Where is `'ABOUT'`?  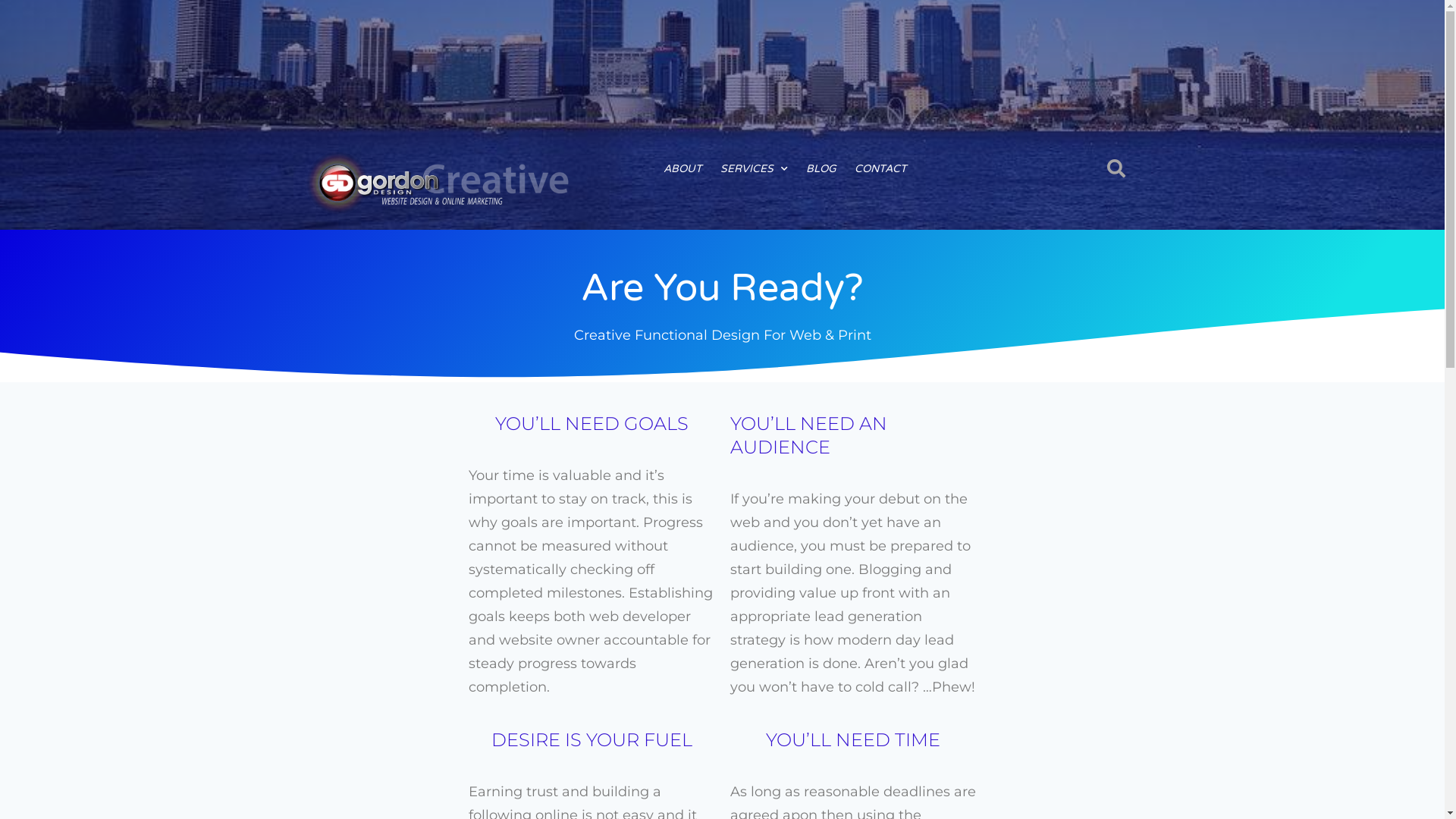
'ABOUT' is located at coordinates (682, 169).